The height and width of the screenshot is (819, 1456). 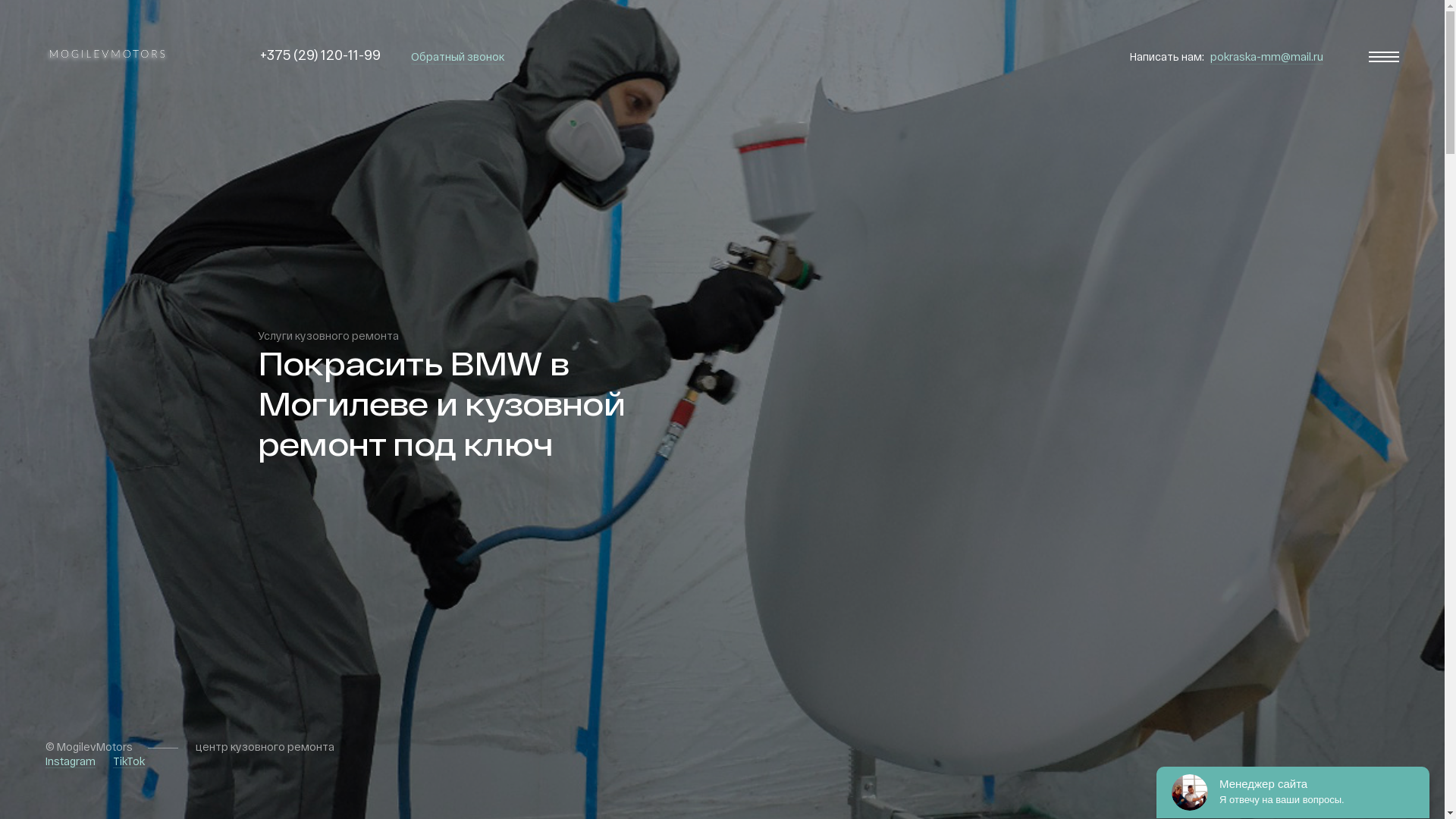 What do you see at coordinates (319, 54) in the screenshot?
I see `'+375 (29) 120-11-99'` at bounding box center [319, 54].